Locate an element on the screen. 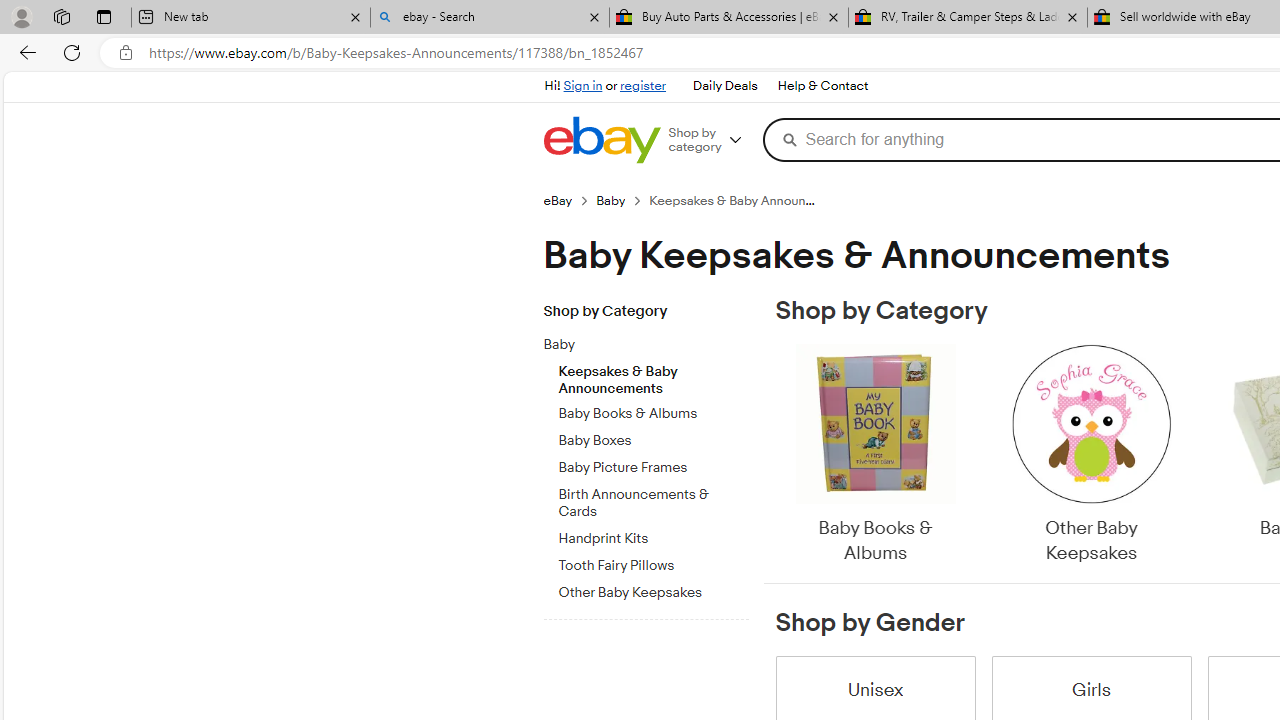  'Birth Announcements & Cards' is located at coordinates (653, 502).